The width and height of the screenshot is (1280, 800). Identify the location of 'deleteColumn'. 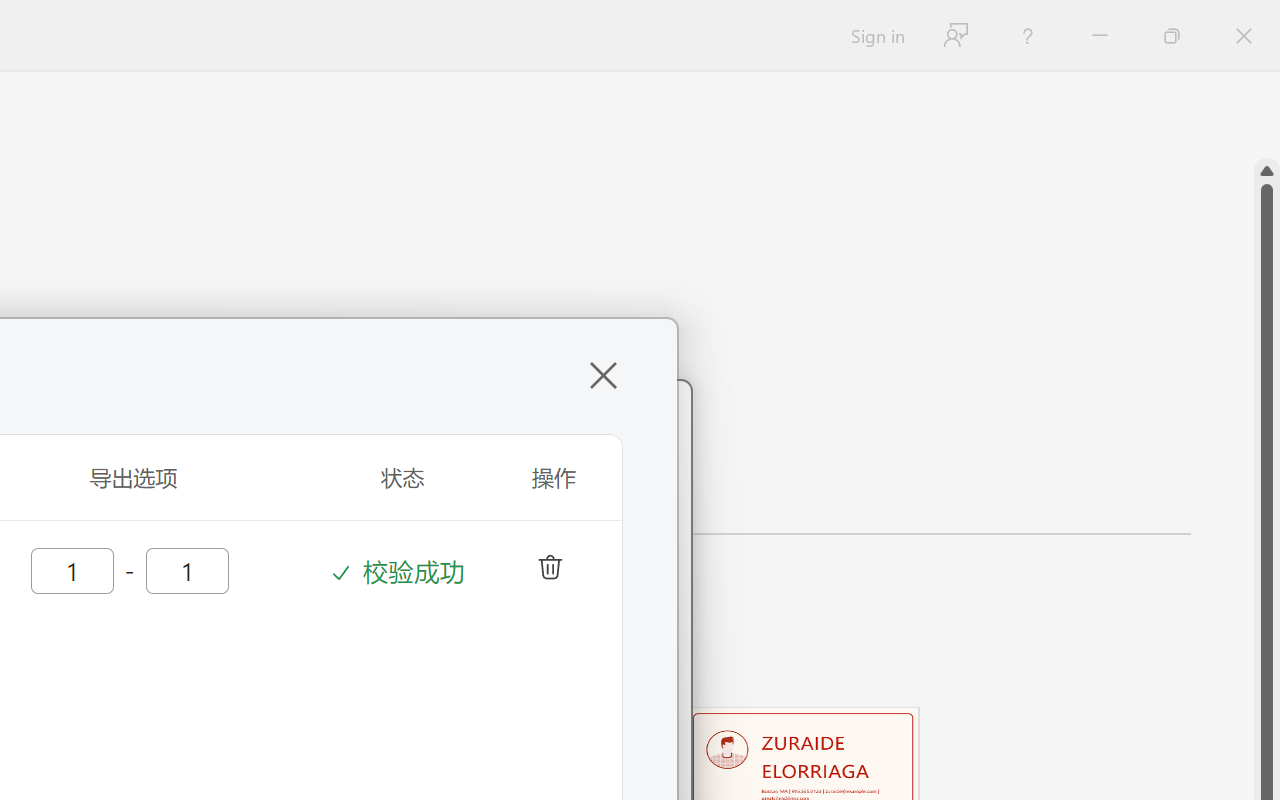
(549, 564).